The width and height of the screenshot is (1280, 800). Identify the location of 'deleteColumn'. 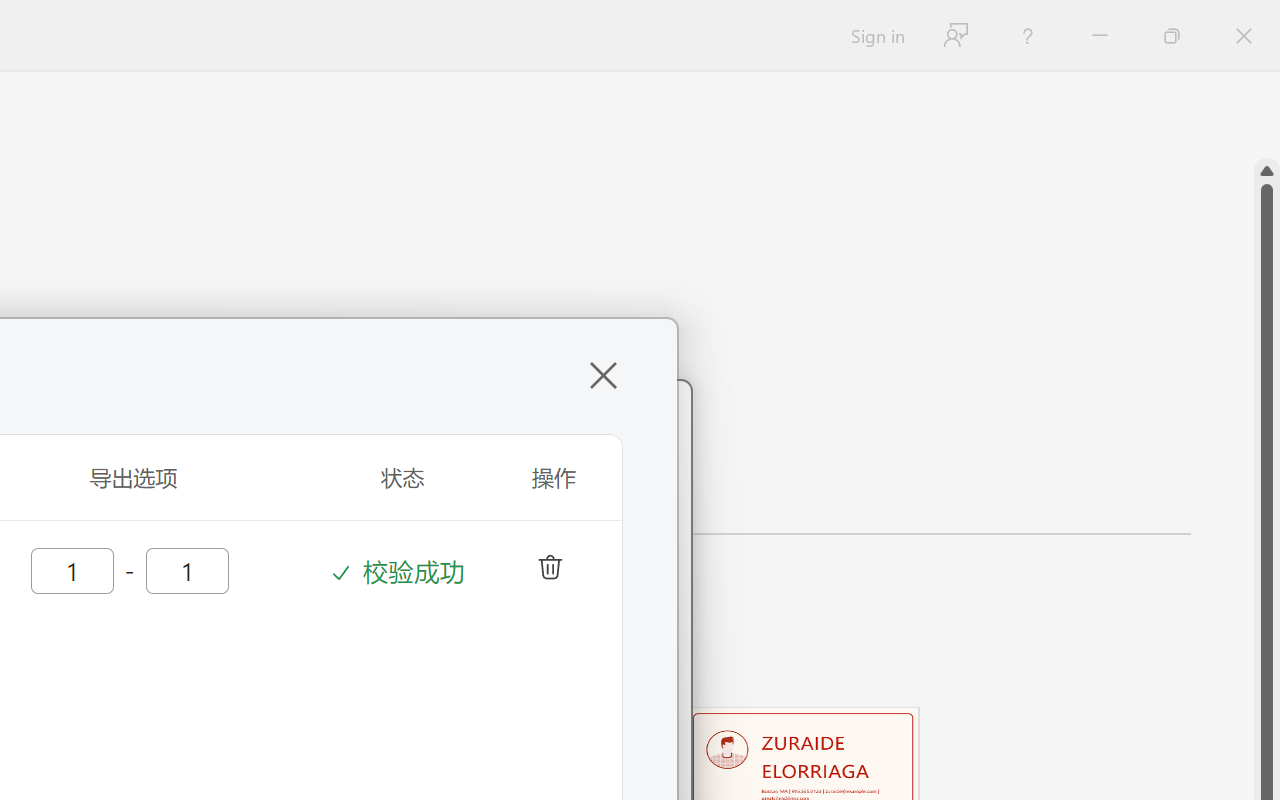
(549, 564).